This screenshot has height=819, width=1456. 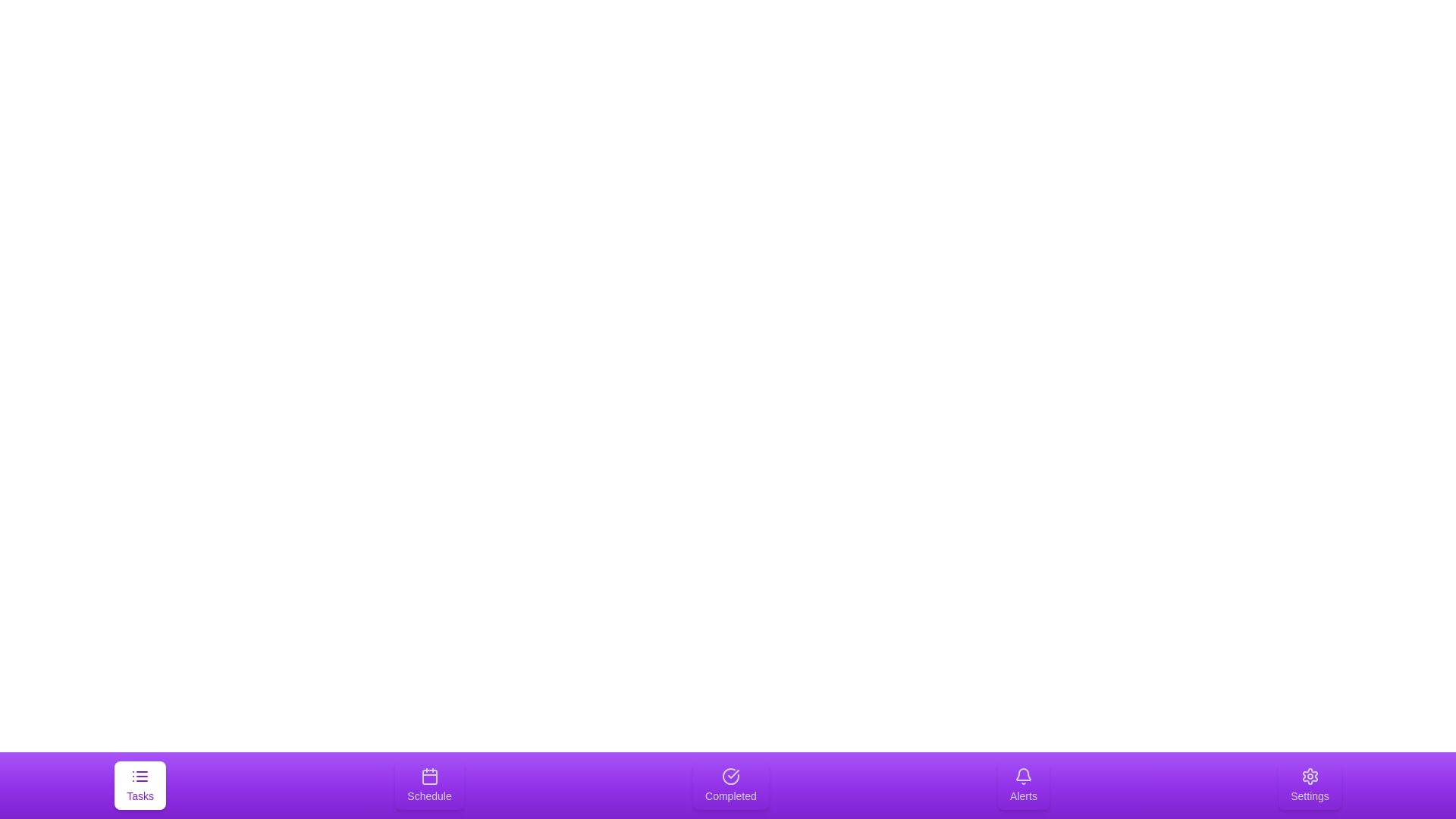 I want to click on the Alerts tab to select it, so click(x=1023, y=785).